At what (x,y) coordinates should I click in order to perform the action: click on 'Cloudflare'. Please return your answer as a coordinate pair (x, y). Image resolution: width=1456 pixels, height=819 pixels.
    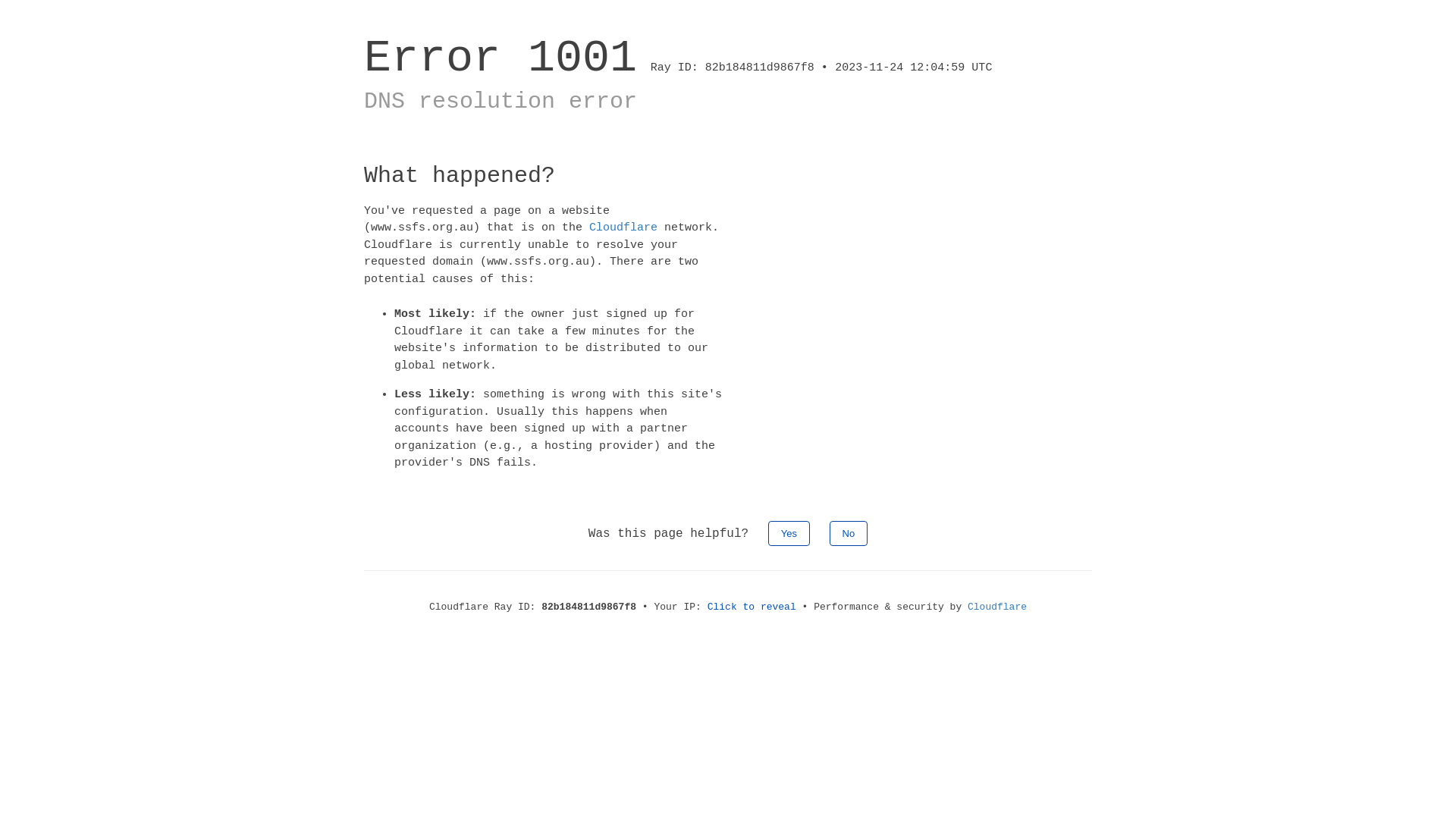
    Looking at the image, I should click on (588, 227).